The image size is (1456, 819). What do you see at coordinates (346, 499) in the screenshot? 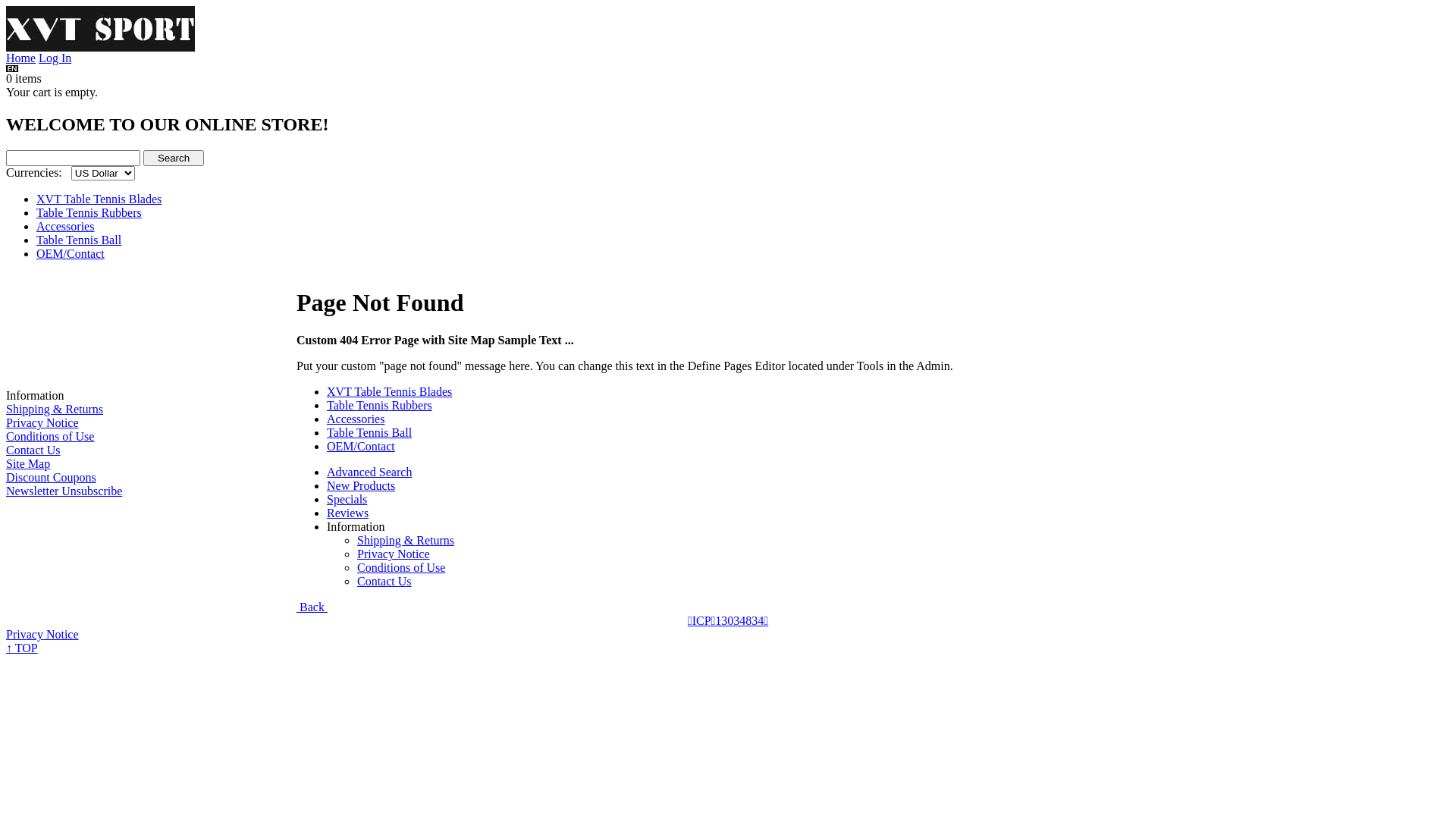
I see `'Specials'` at bounding box center [346, 499].